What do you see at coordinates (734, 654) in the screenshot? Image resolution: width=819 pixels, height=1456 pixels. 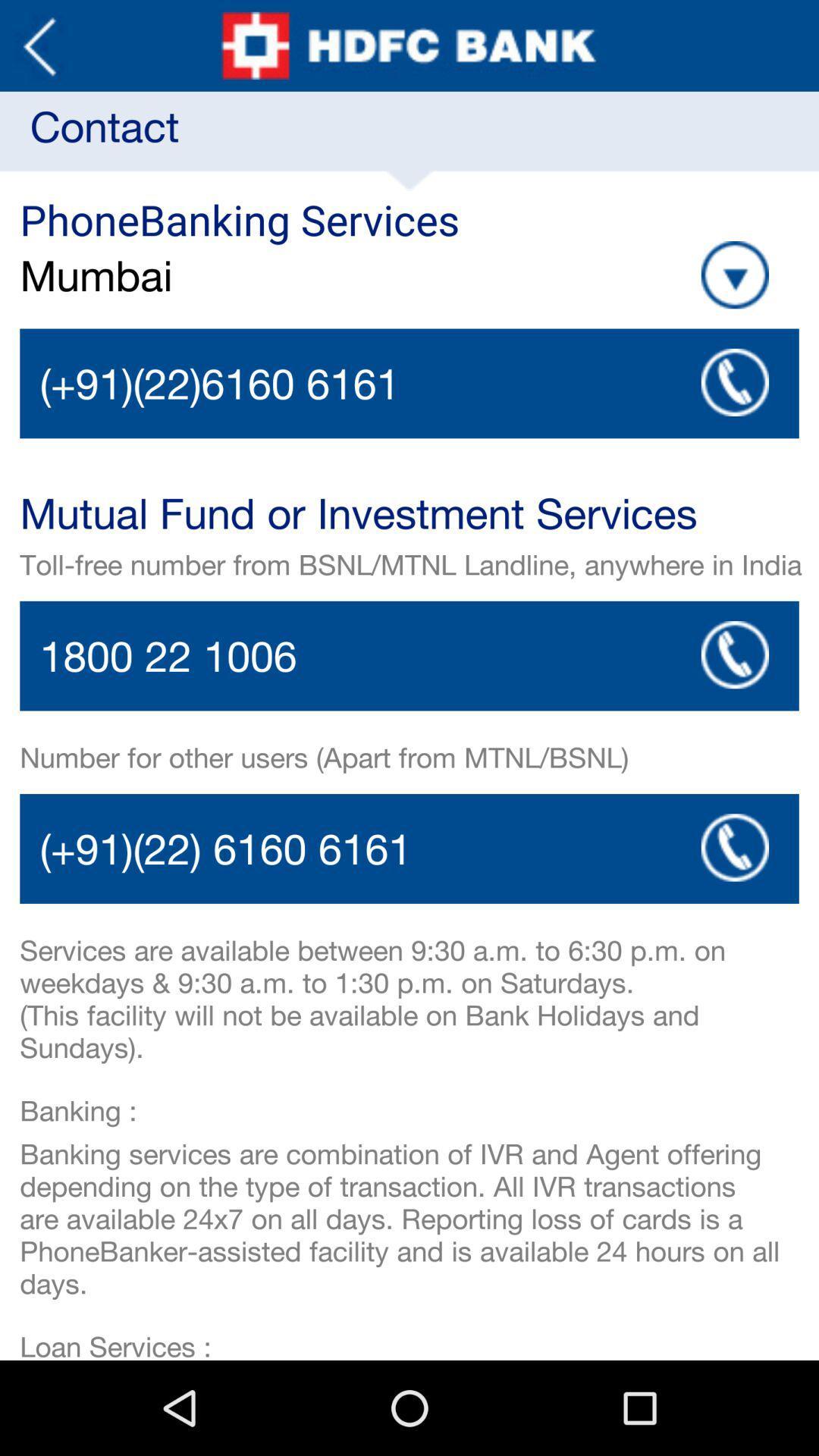 I see `icon above number for other item` at bounding box center [734, 654].